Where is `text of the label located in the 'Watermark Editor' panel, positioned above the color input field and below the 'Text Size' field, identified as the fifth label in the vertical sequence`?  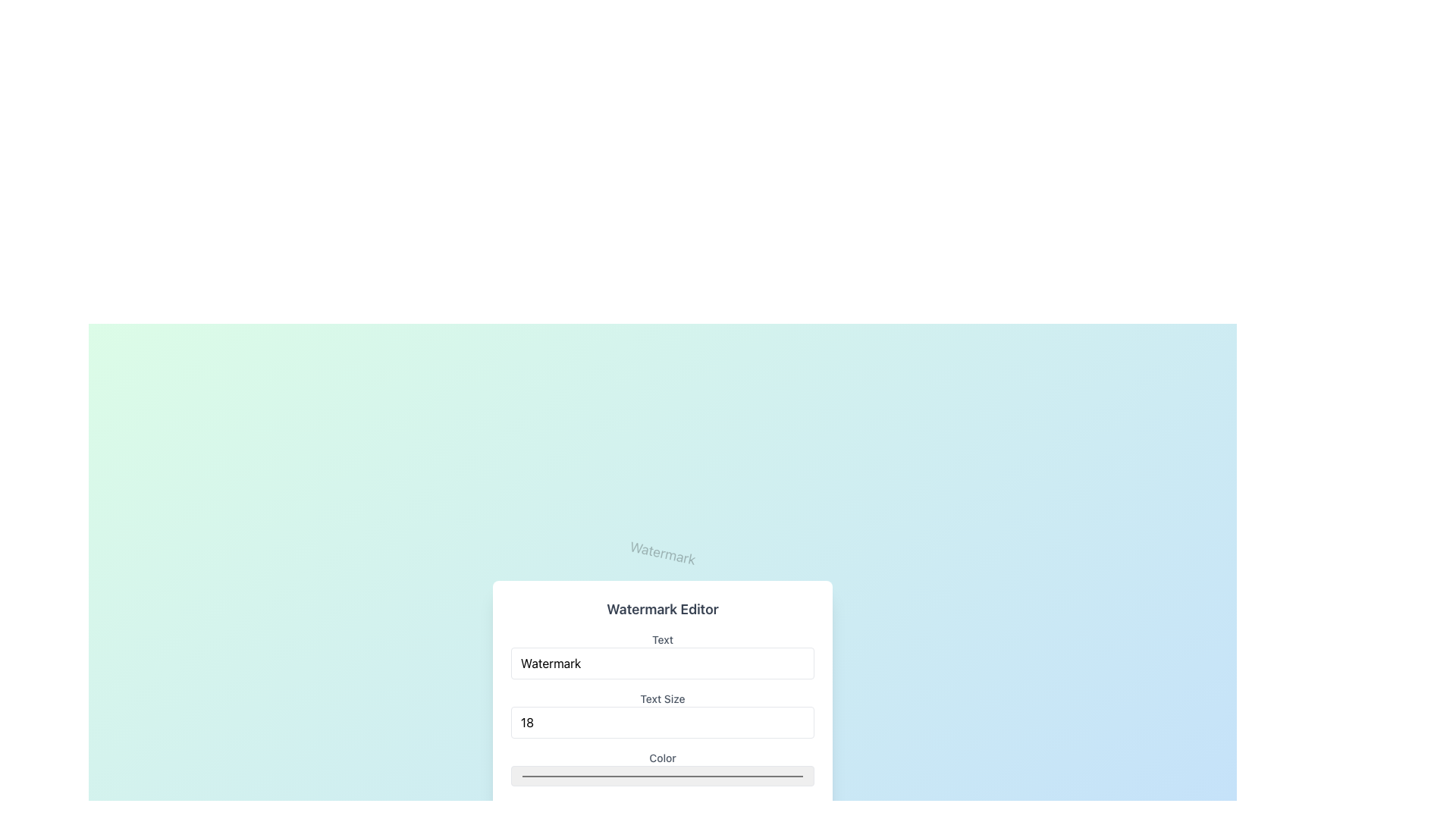 text of the label located in the 'Watermark Editor' panel, positioned above the color input field and below the 'Text Size' field, identified as the fifth label in the vertical sequence is located at coordinates (662, 758).